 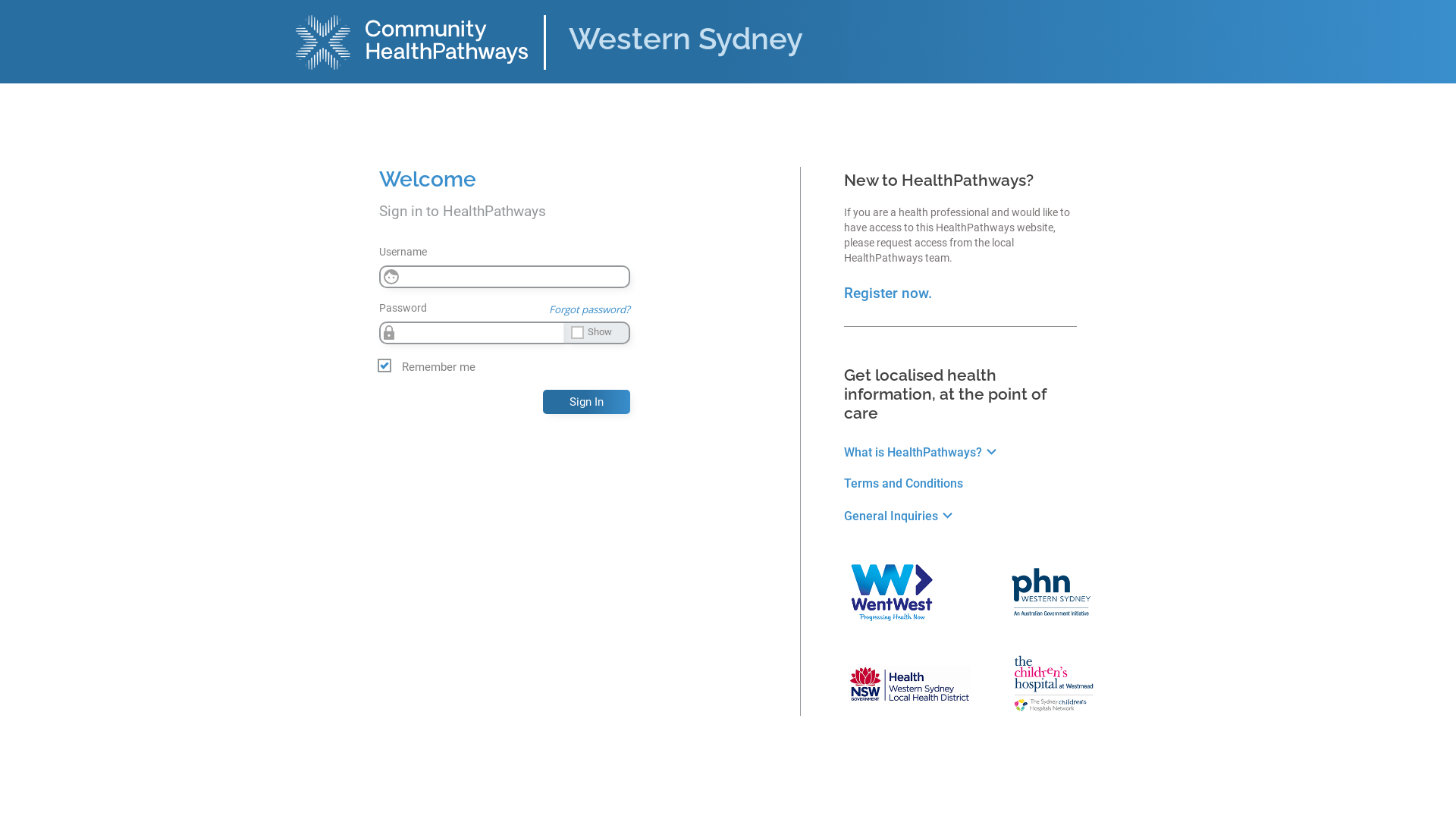 What do you see at coordinates (585, 400) in the screenshot?
I see `'Sign In'` at bounding box center [585, 400].